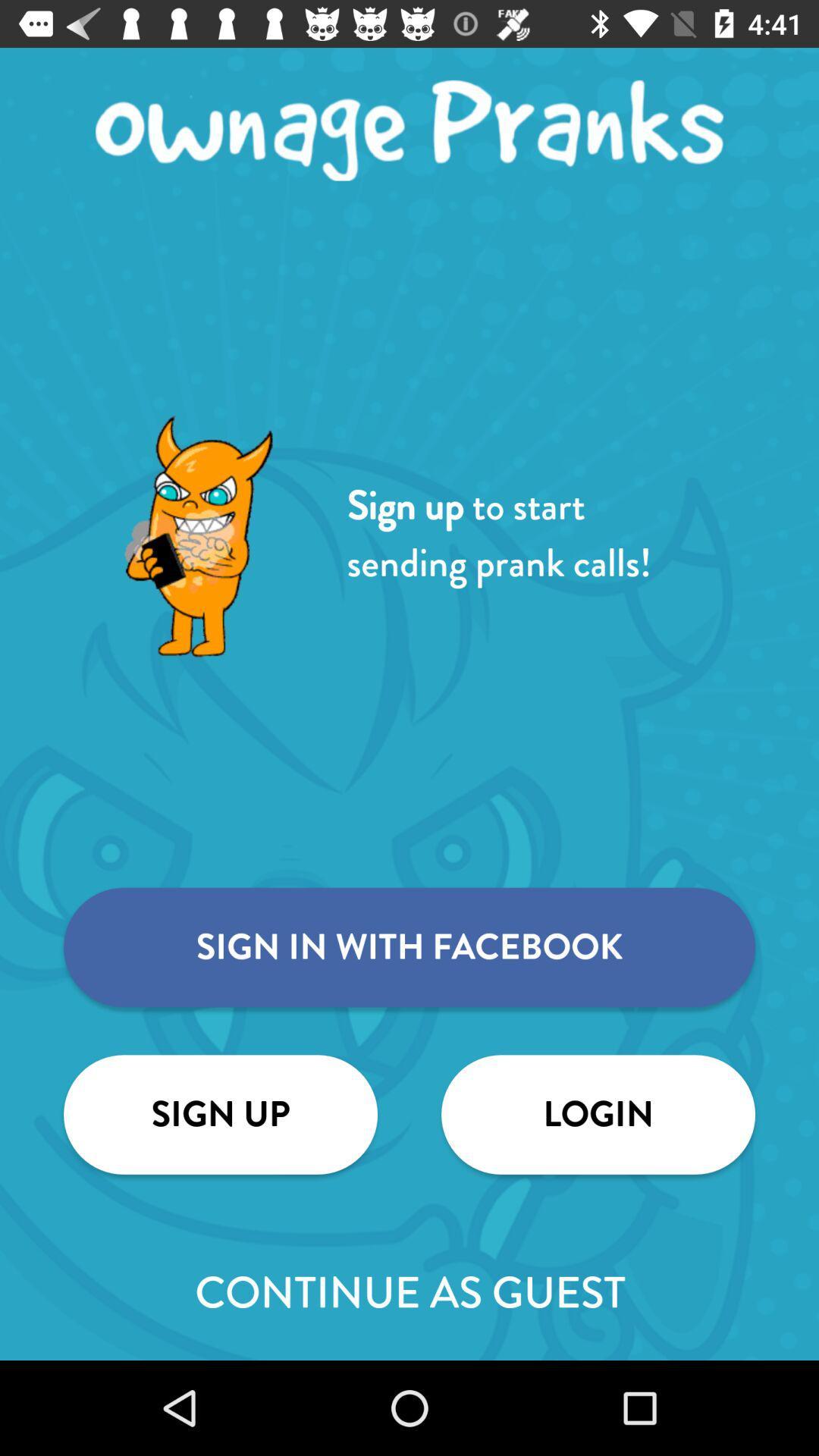 This screenshot has width=819, height=1456. What do you see at coordinates (409, 946) in the screenshot?
I see `sign in with` at bounding box center [409, 946].